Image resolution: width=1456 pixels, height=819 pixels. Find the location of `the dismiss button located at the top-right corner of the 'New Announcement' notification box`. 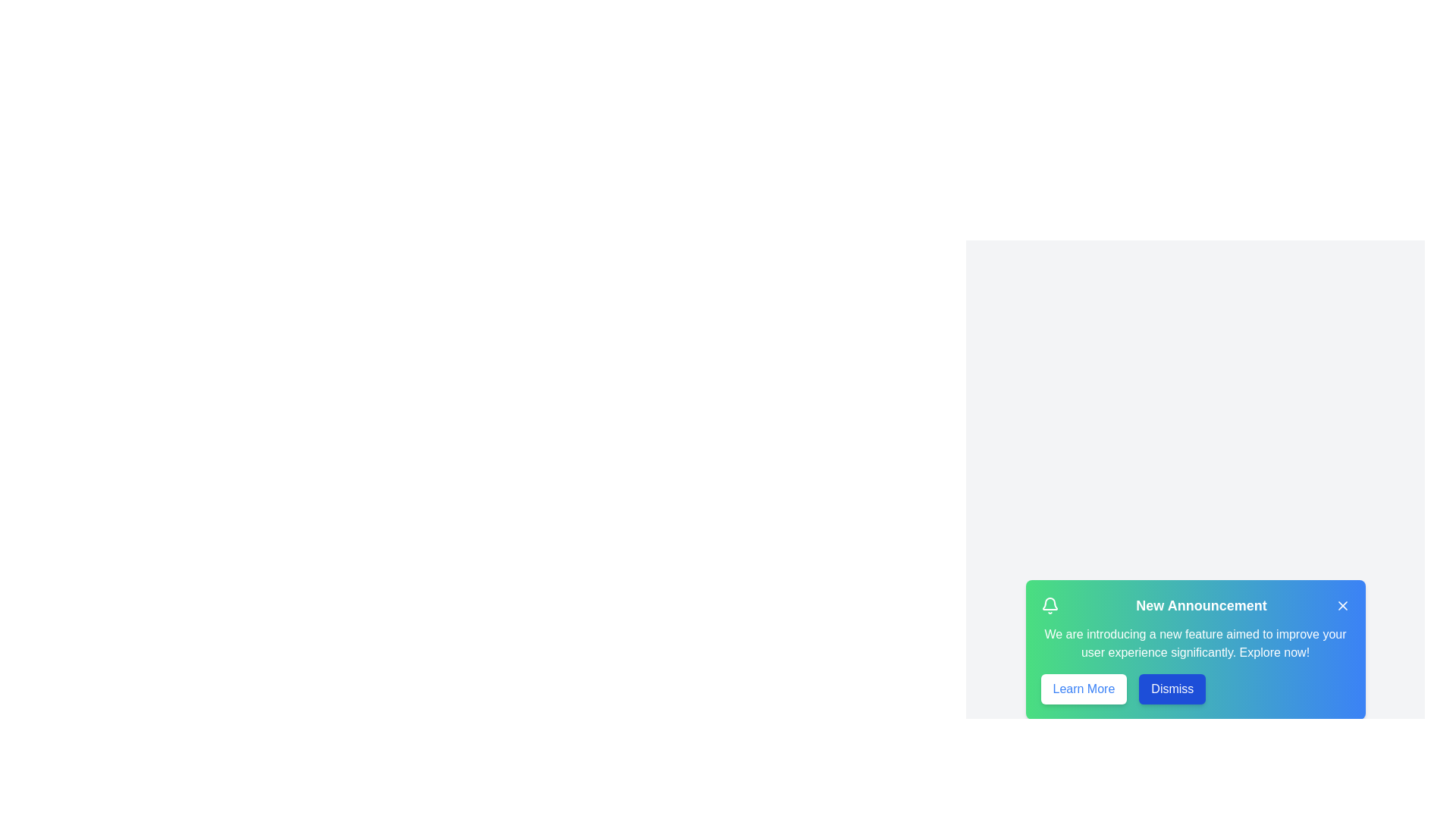

the dismiss button located at the top-right corner of the 'New Announcement' notification box is located at coordinates (1342, 604).